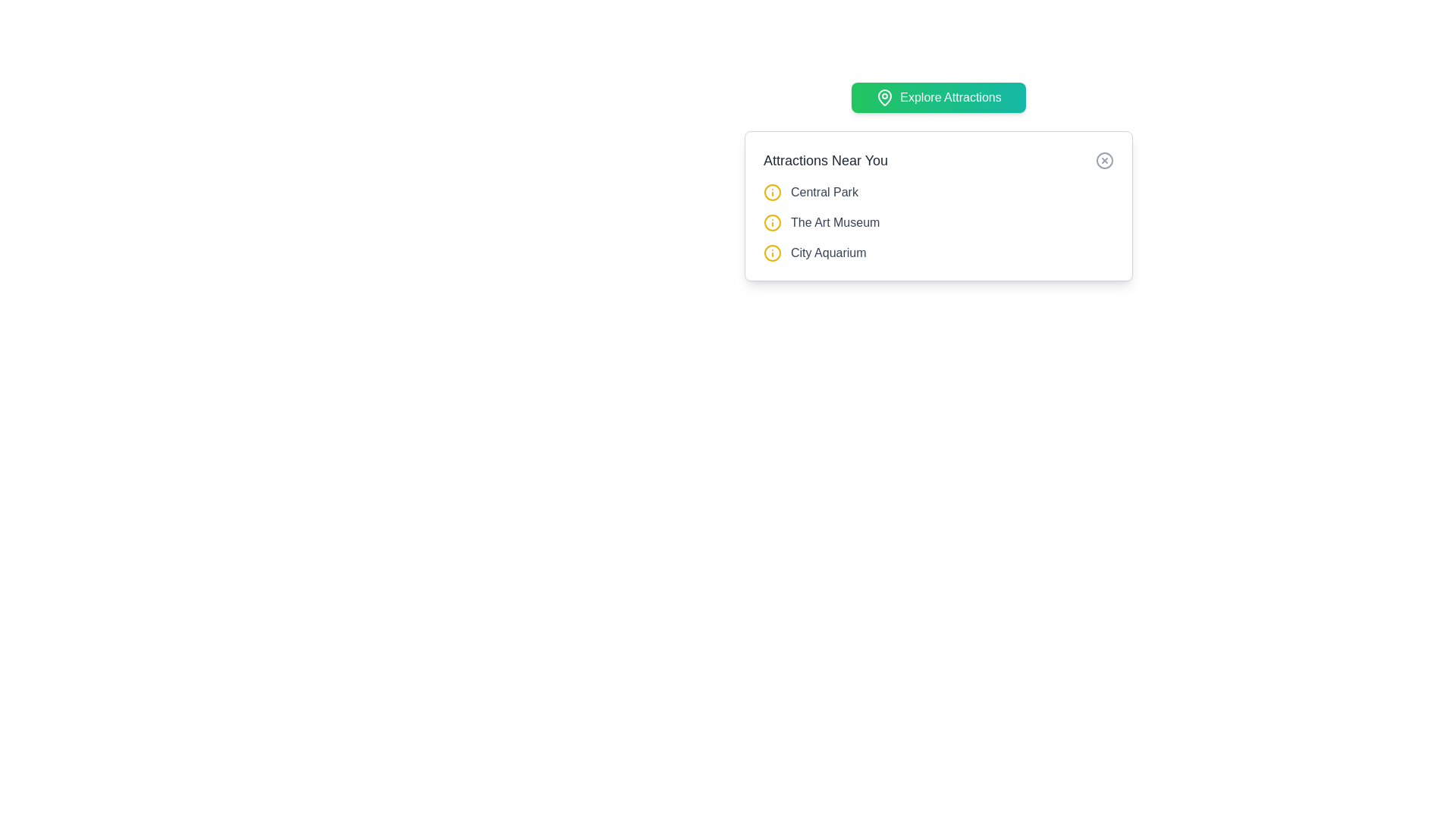 This screenshot has width=1456, height=819. I want to click on the text label 'The Art Museum' located in the Attractions Near You section, positioned as the second item, to the right of a circular yellow icon with an 'i' symbol, so click(834, 222).